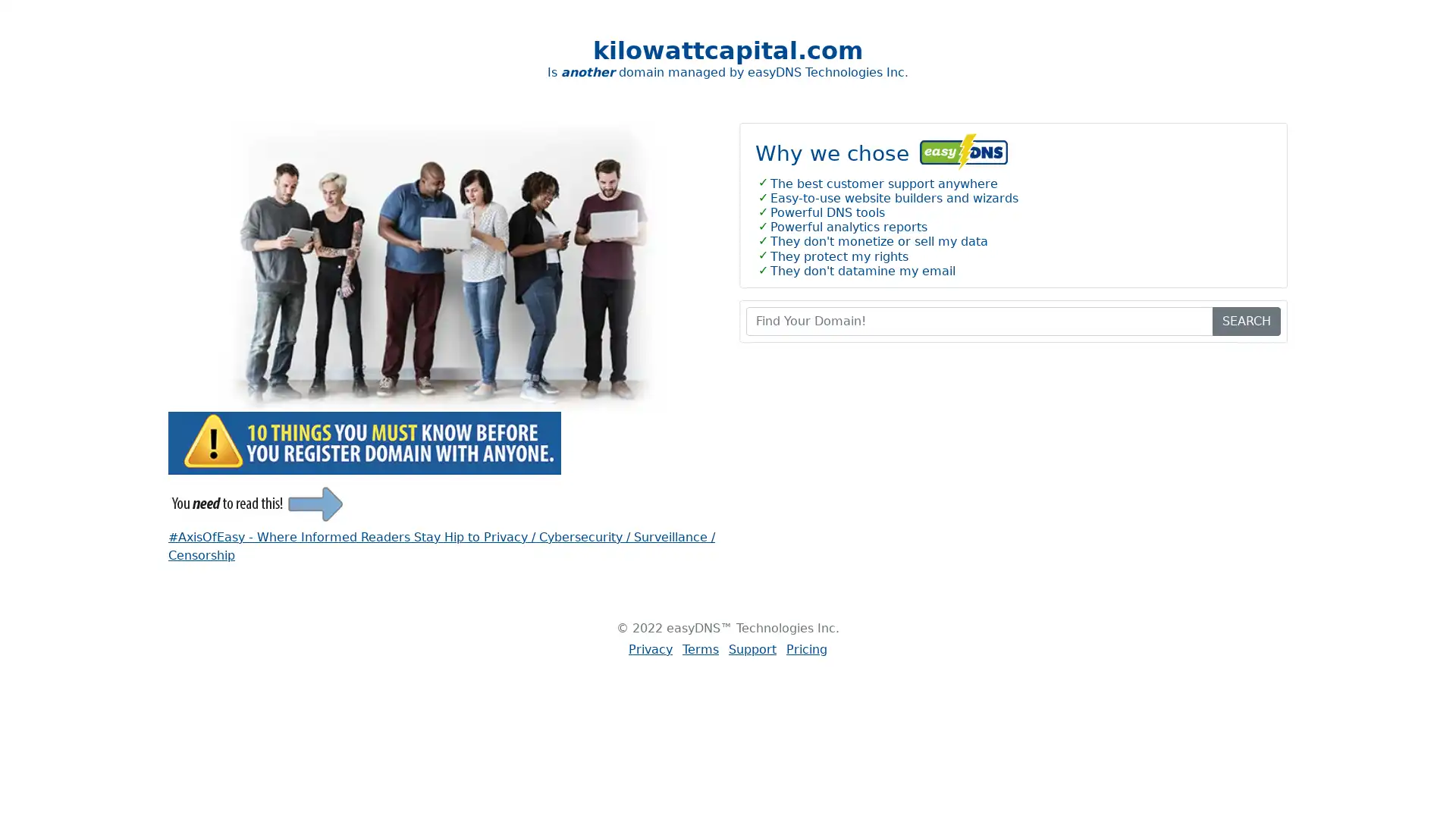  Describe the element at coordinates (1246, 320) in the screenshot. I see `SEARCH` at that location.